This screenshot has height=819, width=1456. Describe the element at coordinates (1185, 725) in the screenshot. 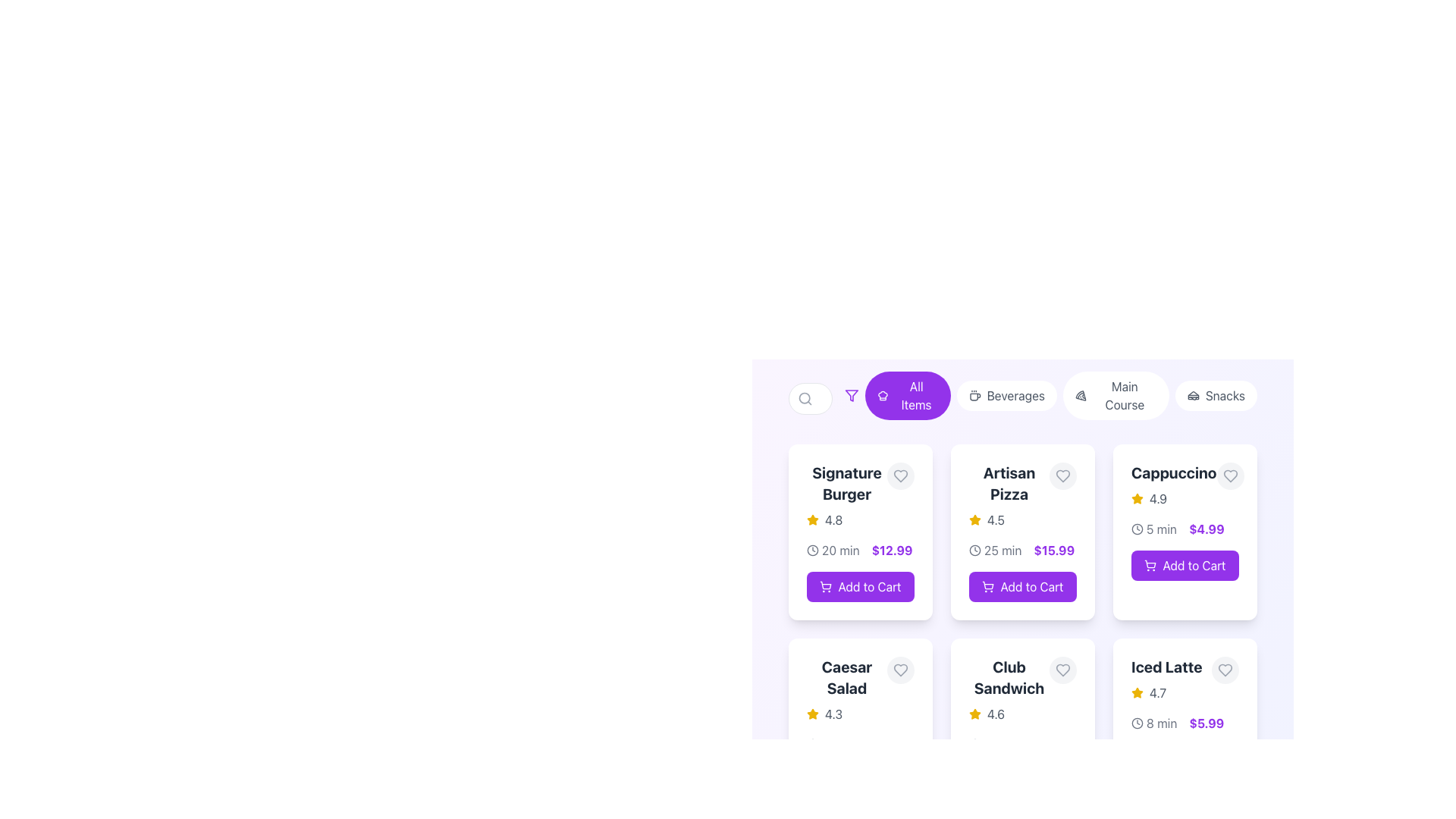

I see `the 'Iced Latte' card which displays its name in bold, a rating of 4.7 with a star icon, preparation time of 8 minutes with a clock icon, price in purple, and an 'Add to Cart' button in white text on a purple background` at that location.